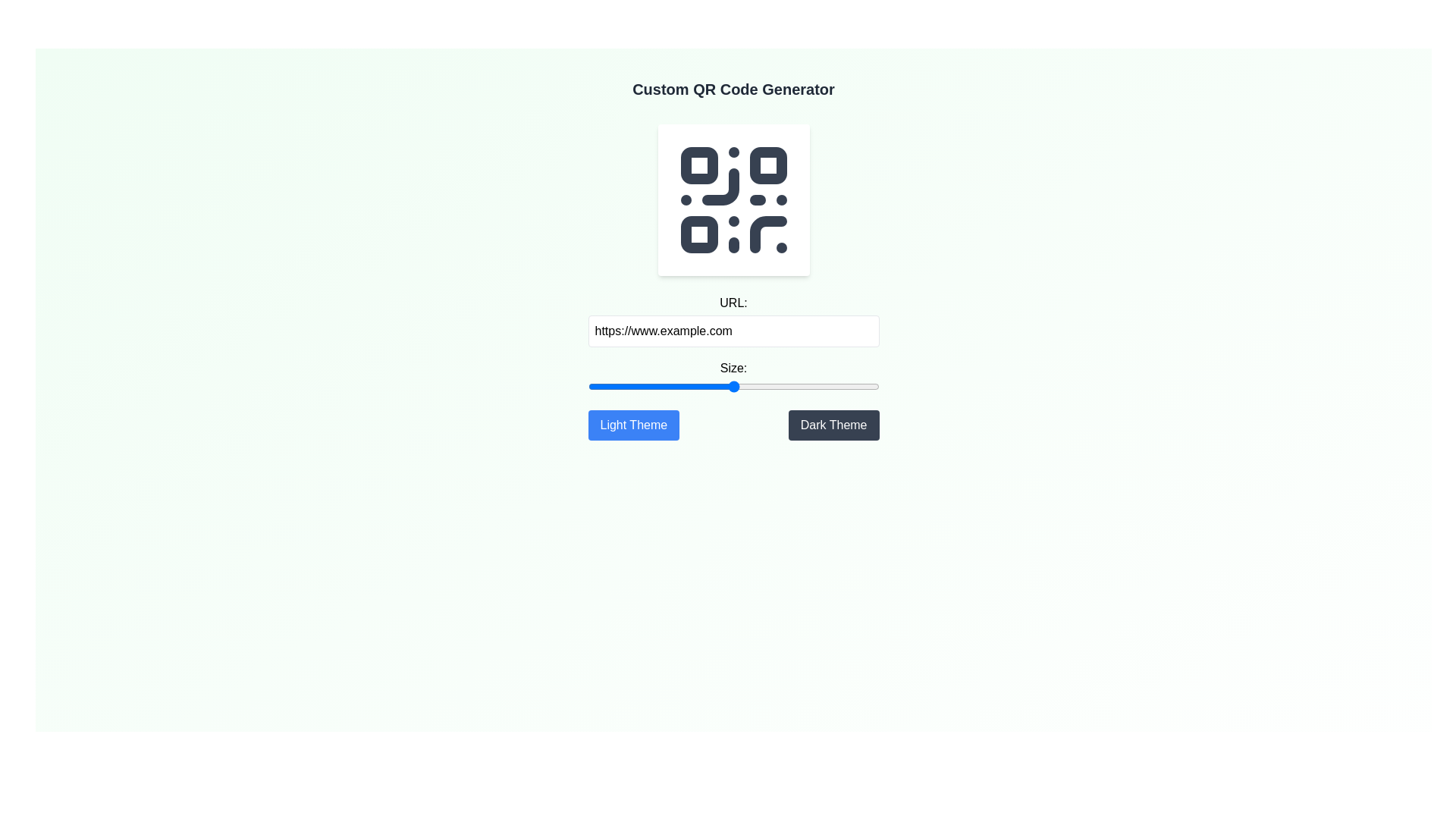 The width and height of the screenshot is (1456, 819). Describe the element at coordinates (751, 385) in the screenshot. I see `the slider` at that location.